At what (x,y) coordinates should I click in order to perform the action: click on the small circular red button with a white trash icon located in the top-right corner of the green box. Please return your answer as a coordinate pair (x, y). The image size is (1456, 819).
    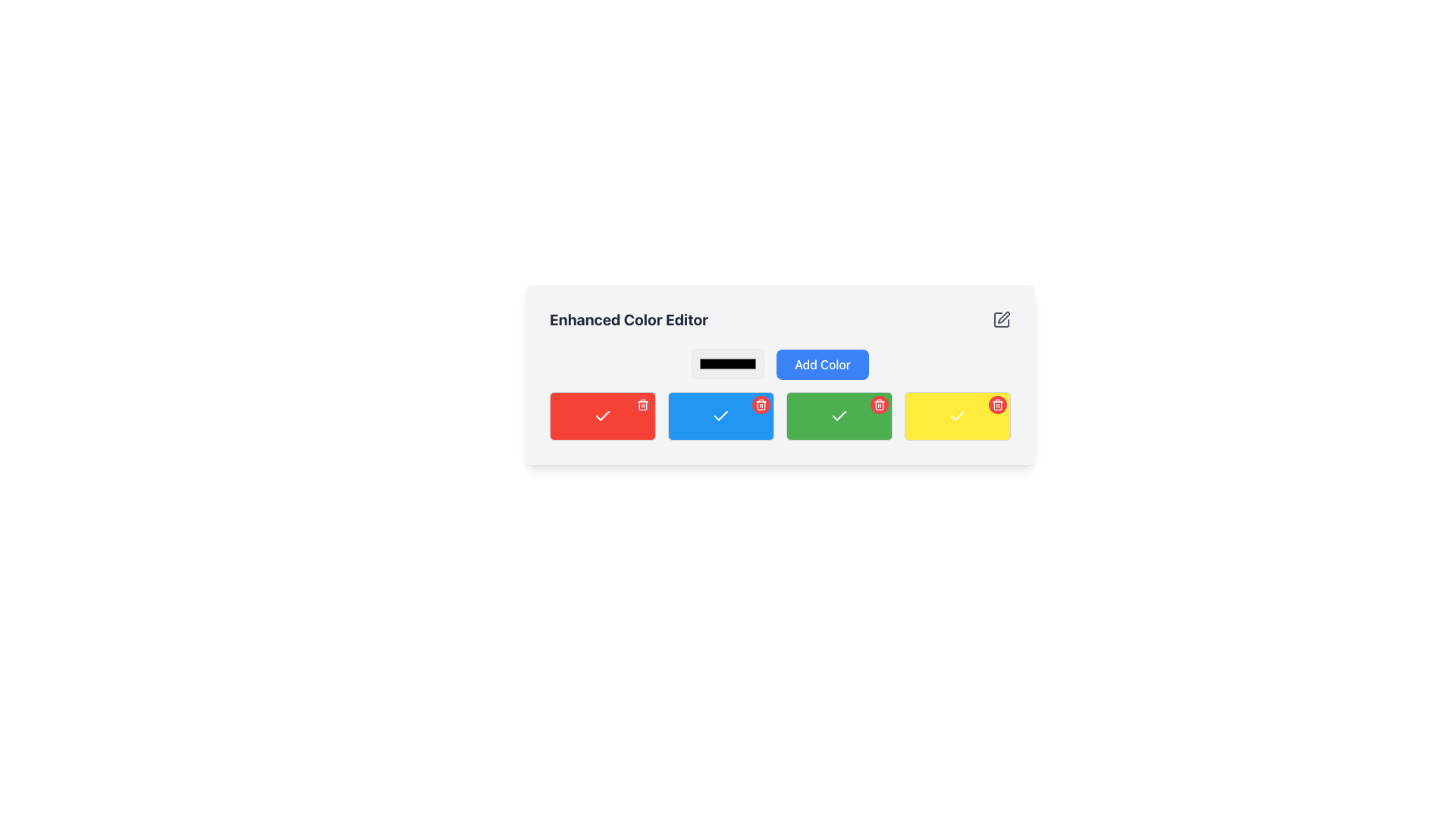
    Looking at the image, I should click on (880, 403).